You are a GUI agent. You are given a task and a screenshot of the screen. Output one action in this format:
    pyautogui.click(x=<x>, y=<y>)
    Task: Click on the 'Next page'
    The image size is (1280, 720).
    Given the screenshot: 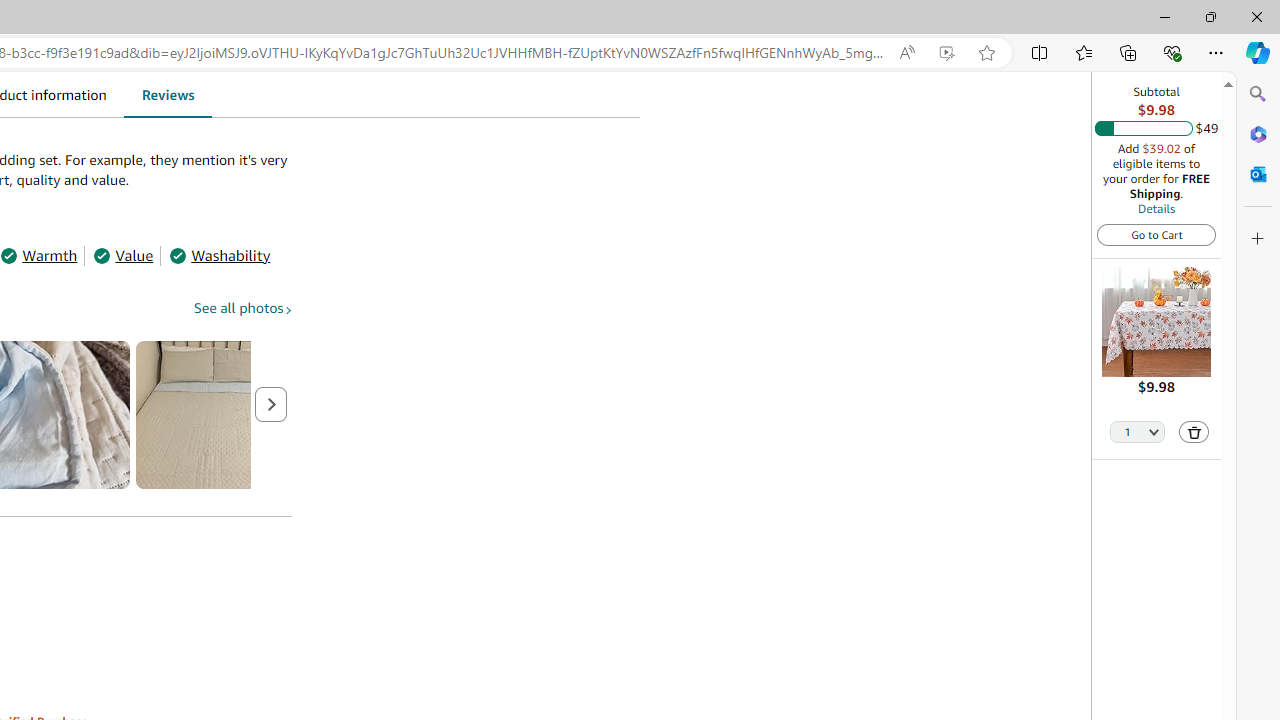 What is the action you would take?
    pyautogui.click(x=270, y=405)
    